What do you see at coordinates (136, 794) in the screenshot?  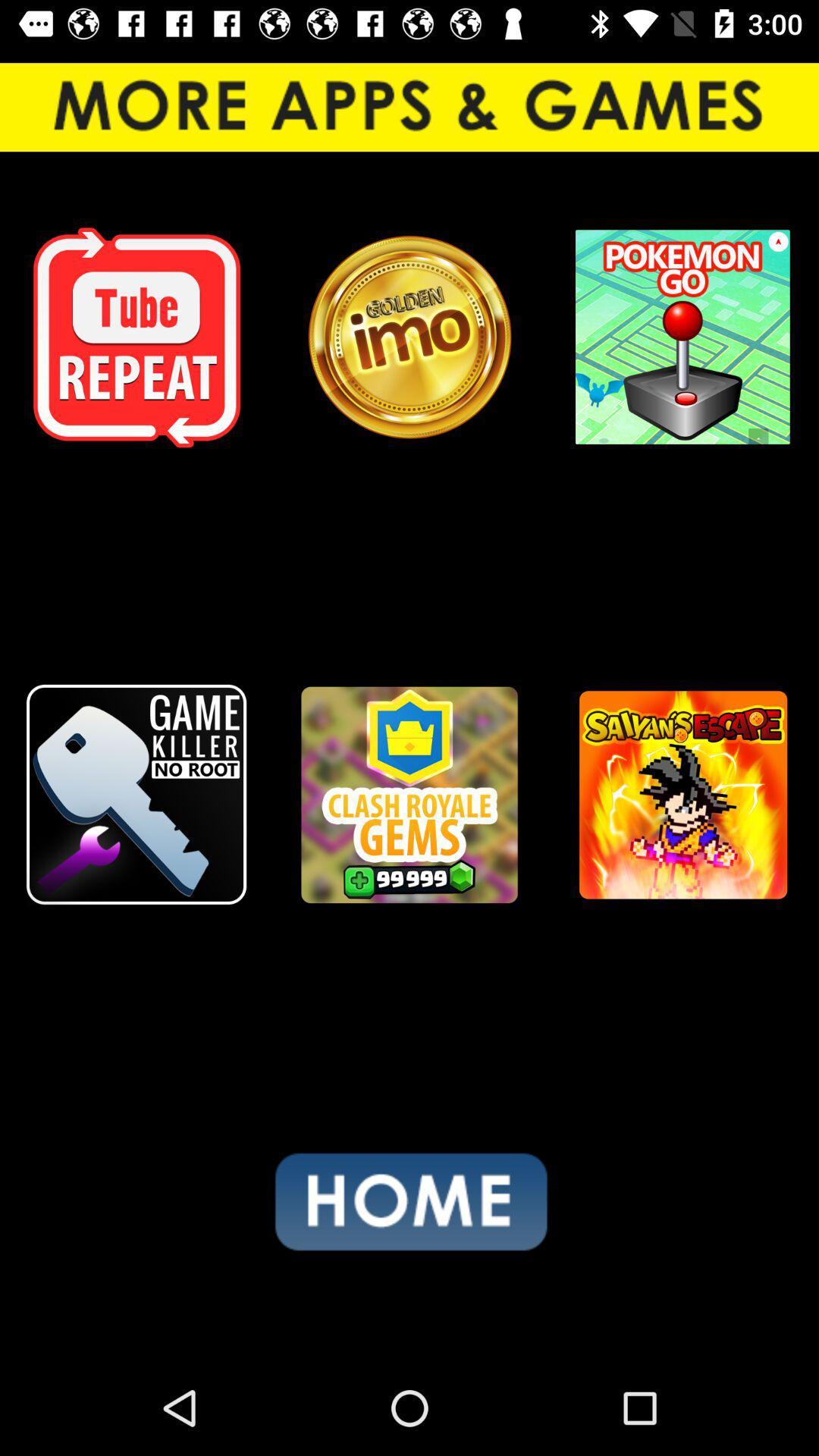 I see `choose game` at bounding box center [136, 794].